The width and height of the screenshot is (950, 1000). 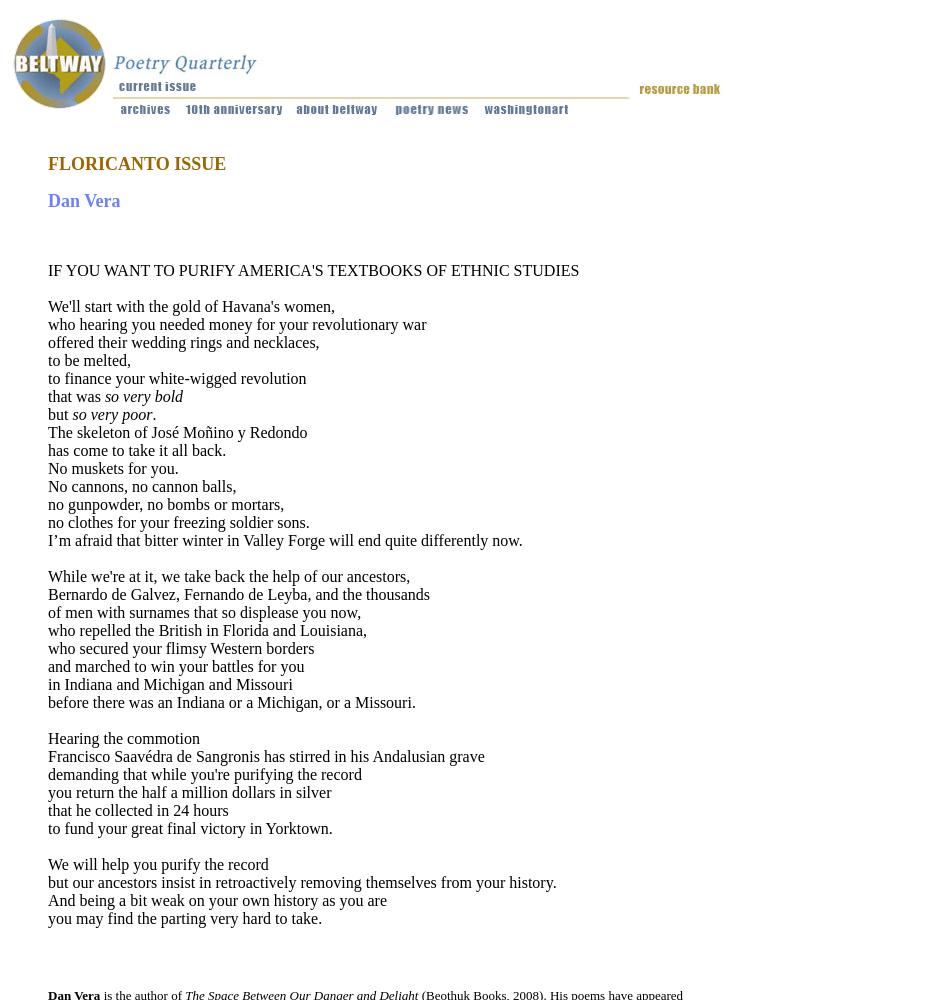 I want to click on 'before there was an Indiana or a Michigan, or a Missouri.', so click(x=231, y=701).